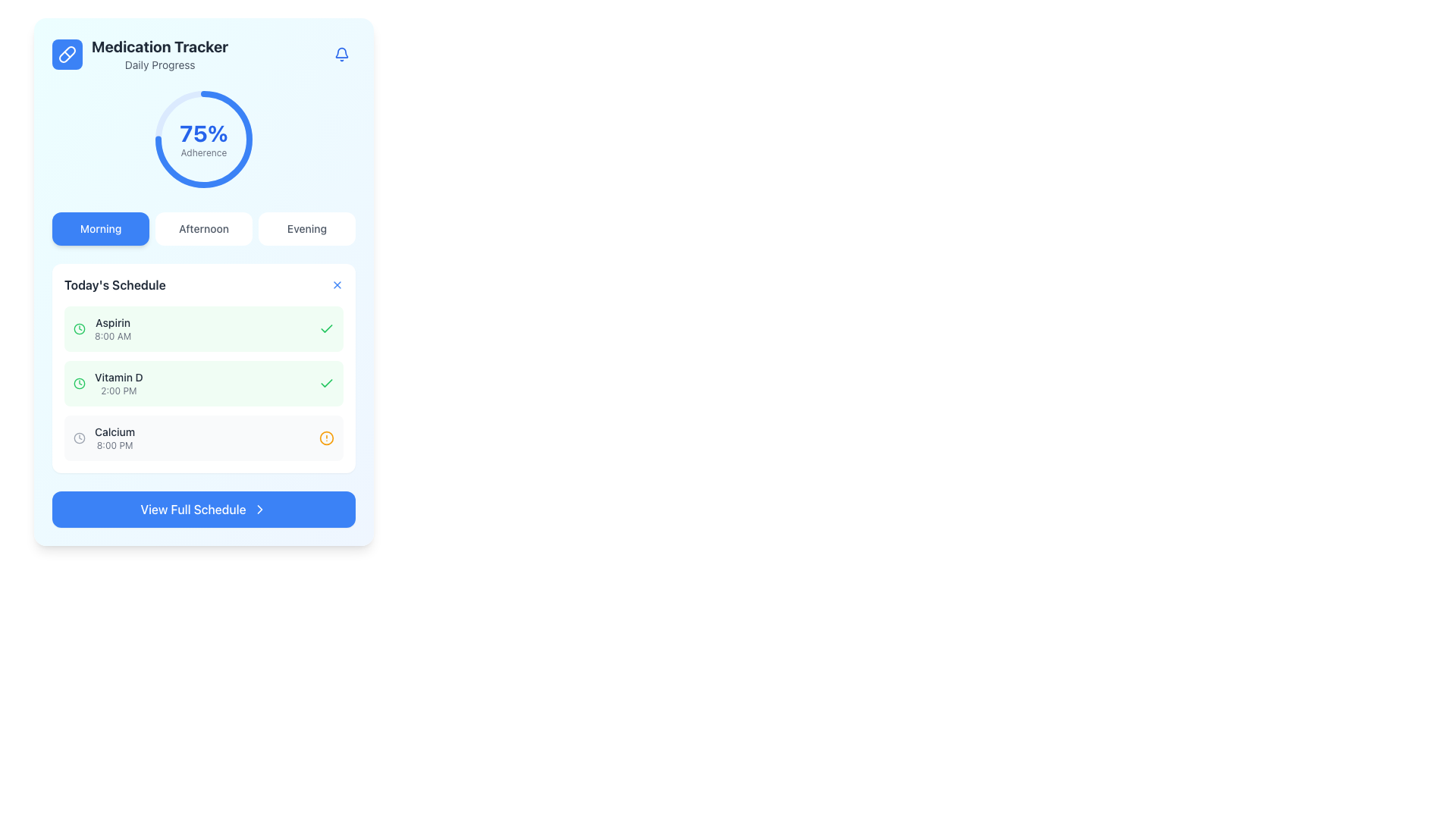 The width and height of the screenshot is (1456, 819). What do you see at coordinates (114, 444) in the screenshot?
I see `the text label displaying '8:00 PM' which is located beneath the word 'Calcium' in the 'Today’s Schedule' section` at bounding box center [114, 444].